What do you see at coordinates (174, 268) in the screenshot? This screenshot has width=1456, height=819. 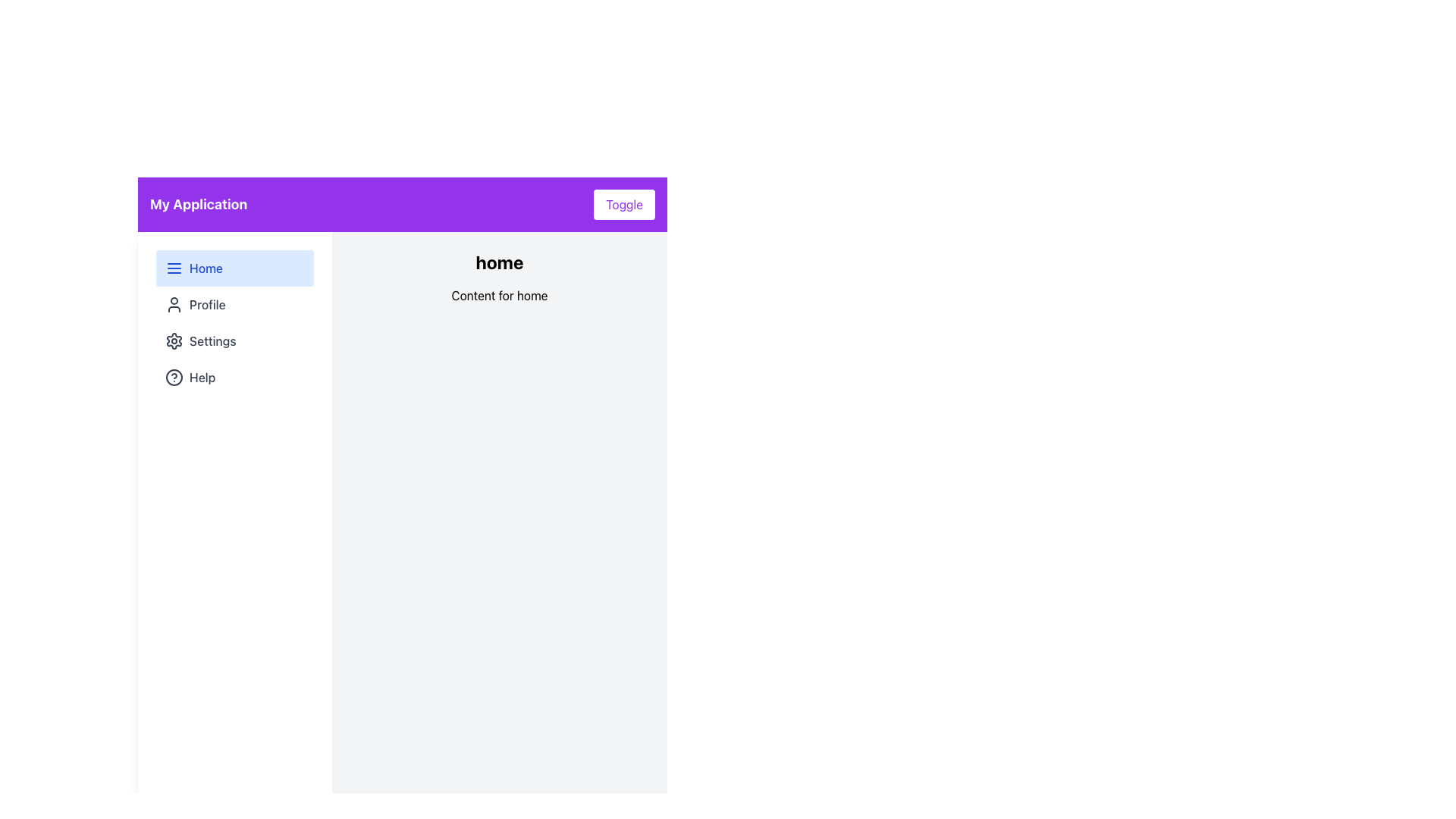 I see `the 'Home' icon in the left navigation menu` at bounding box center [174, 268].